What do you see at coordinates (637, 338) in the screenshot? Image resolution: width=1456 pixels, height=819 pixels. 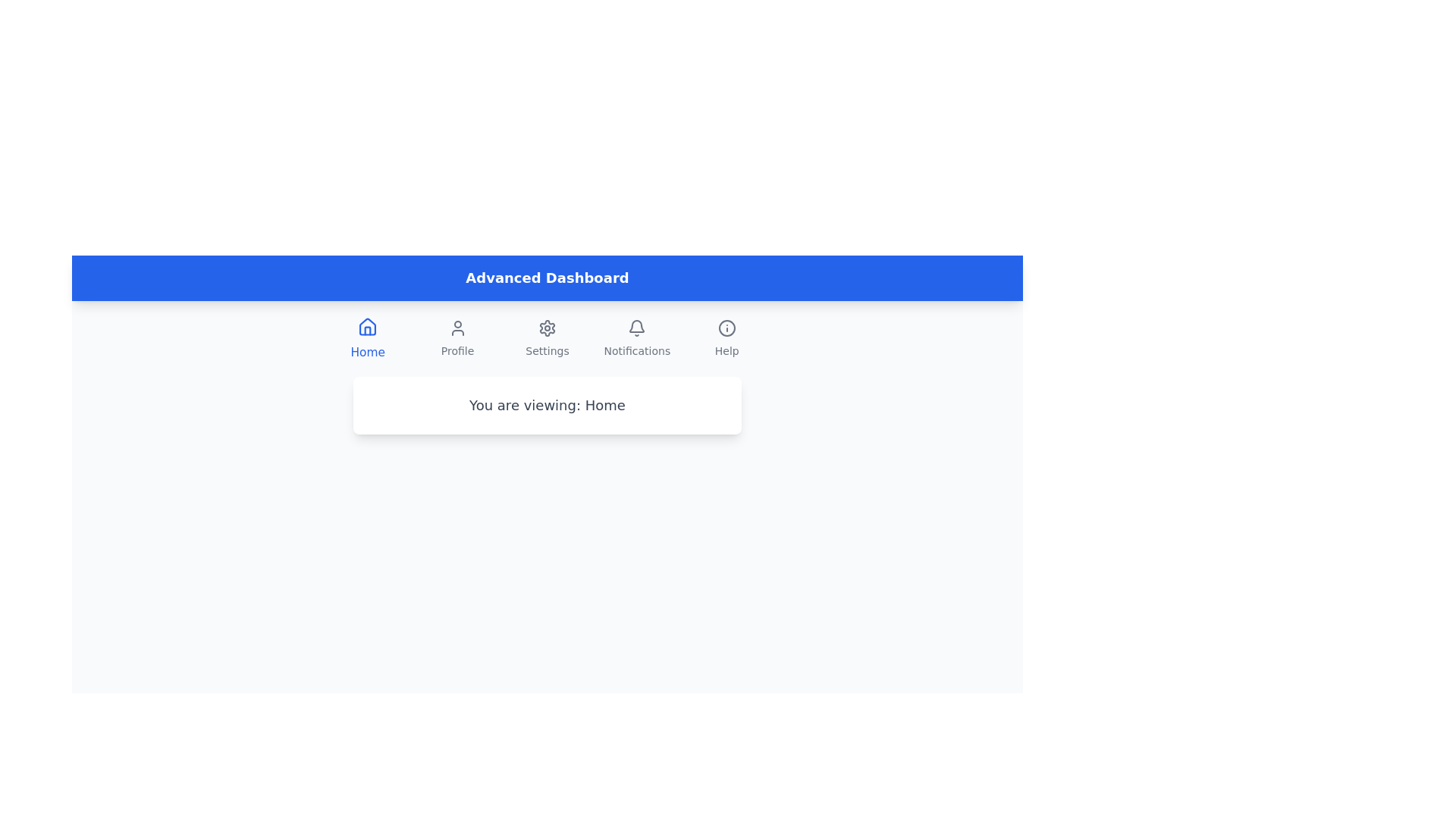 I see `the 'Notifications' button, which features a bell icon and a small gray text label` at bounding box center [637, 338].